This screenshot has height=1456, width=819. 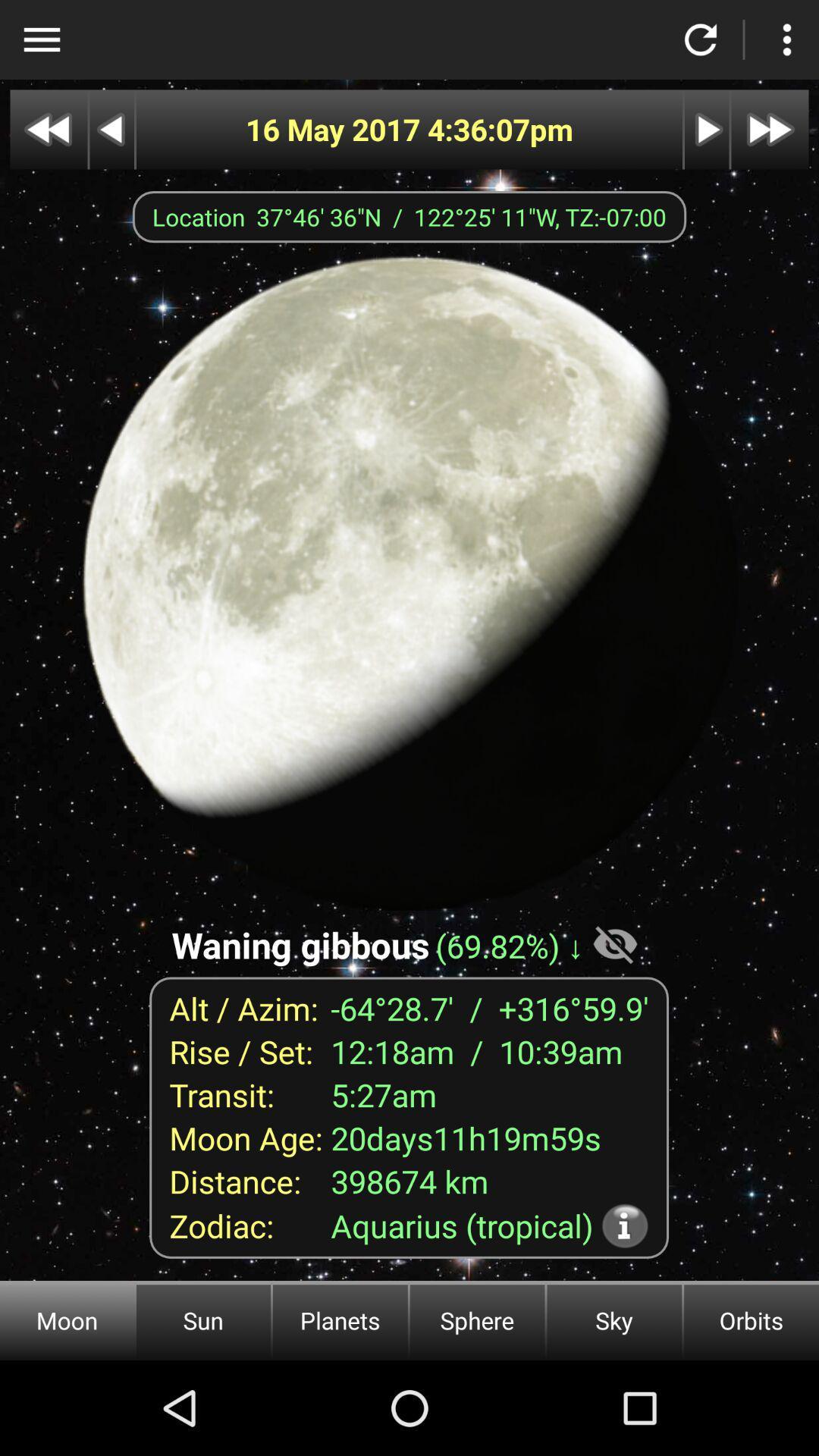 What do you see at coordinates (625, 1225) in the screenshot?
I see `more information` at bounding box center [625, 1225].